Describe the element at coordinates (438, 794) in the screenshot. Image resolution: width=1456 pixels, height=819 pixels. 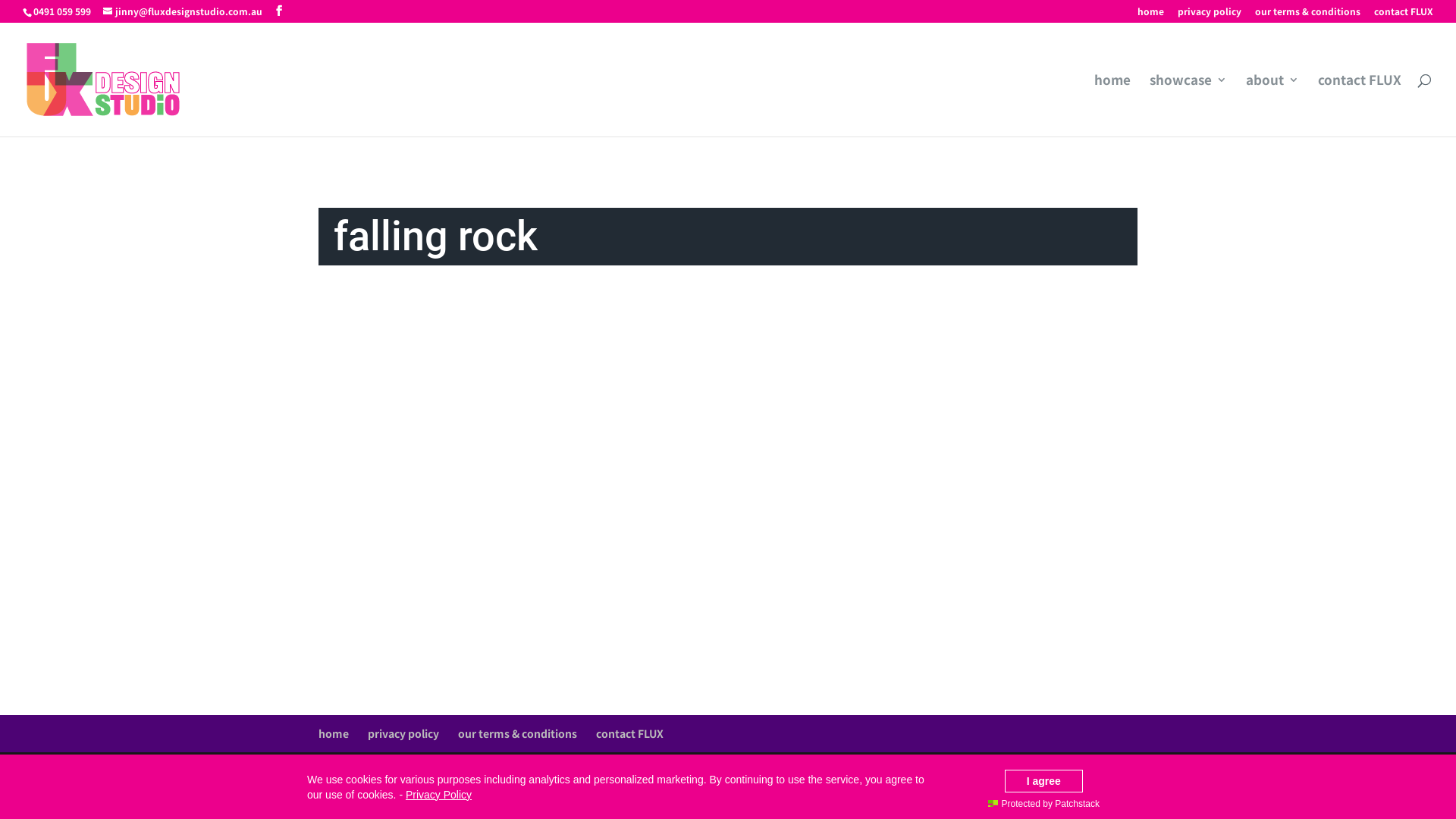
I see `'Privacy Policy'` at that location.